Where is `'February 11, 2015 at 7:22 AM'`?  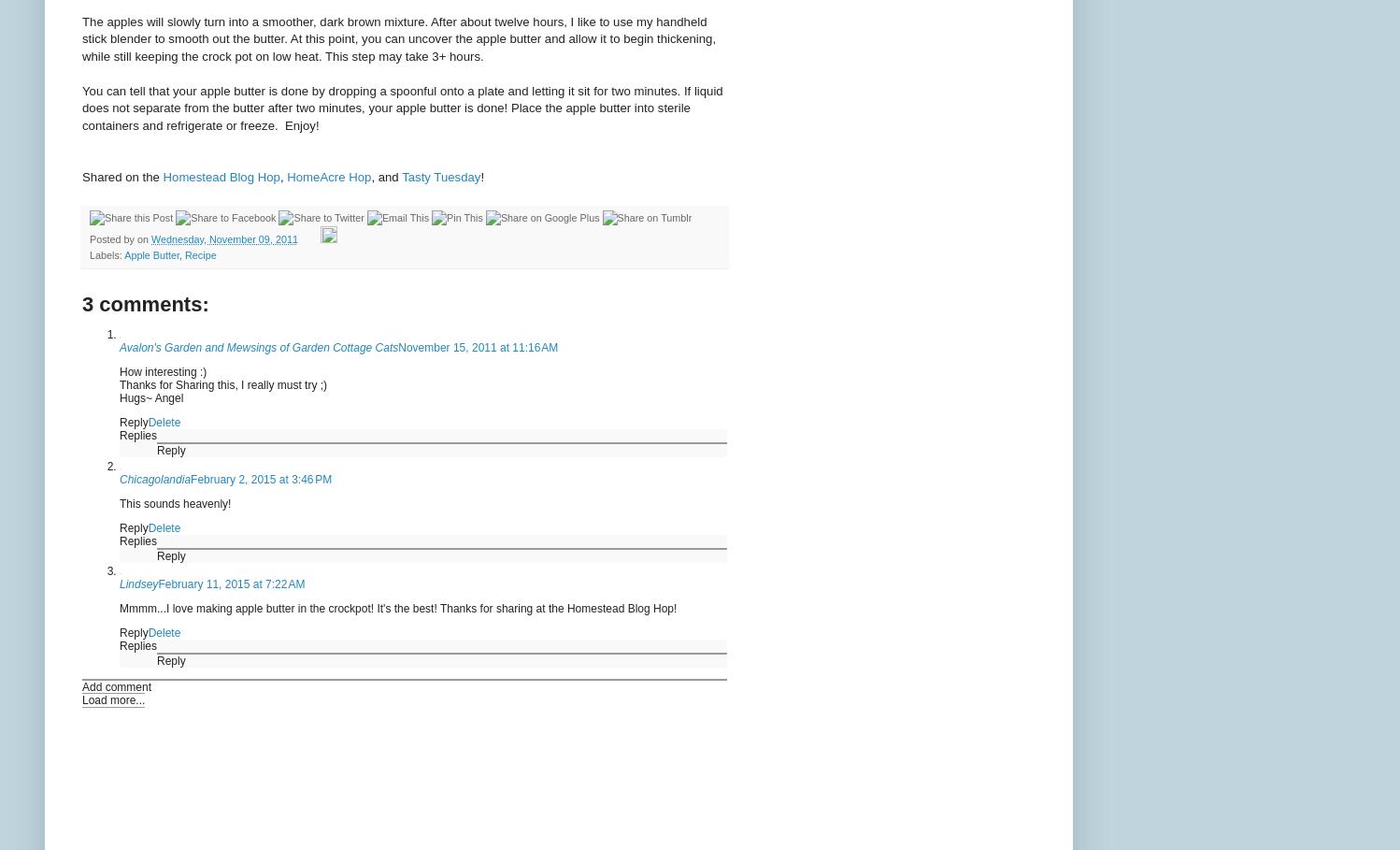
'February 11, 2015 at 7:22 AM' is located at coordinates (231, 584).